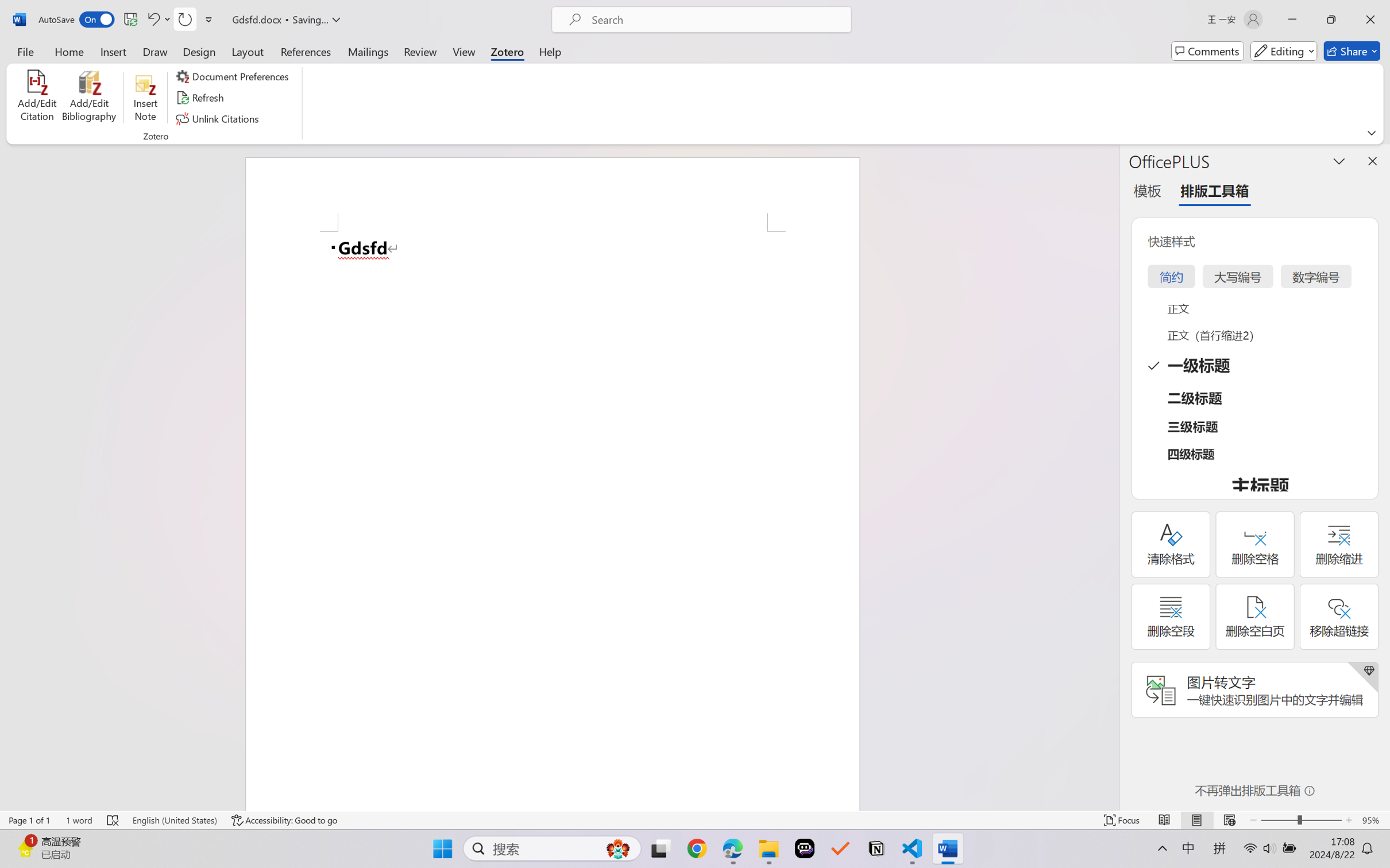  What do you see at coordinates (1373, 820) in the screenshot?
I see `'Zoom 95%'` at bounding box center [1373, 820].